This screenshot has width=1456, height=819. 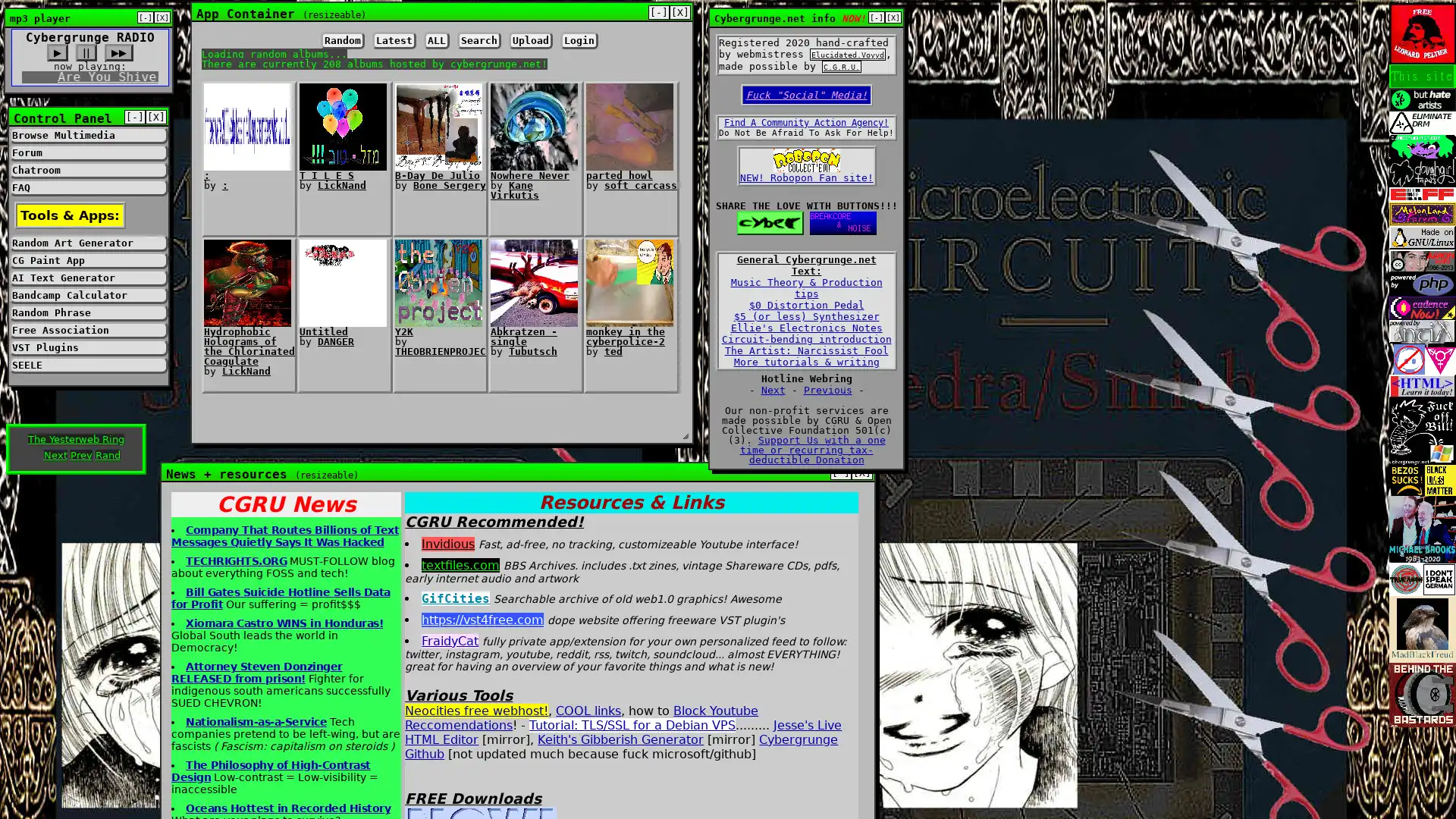 I want to click on [-], so click(x=839, y=472).